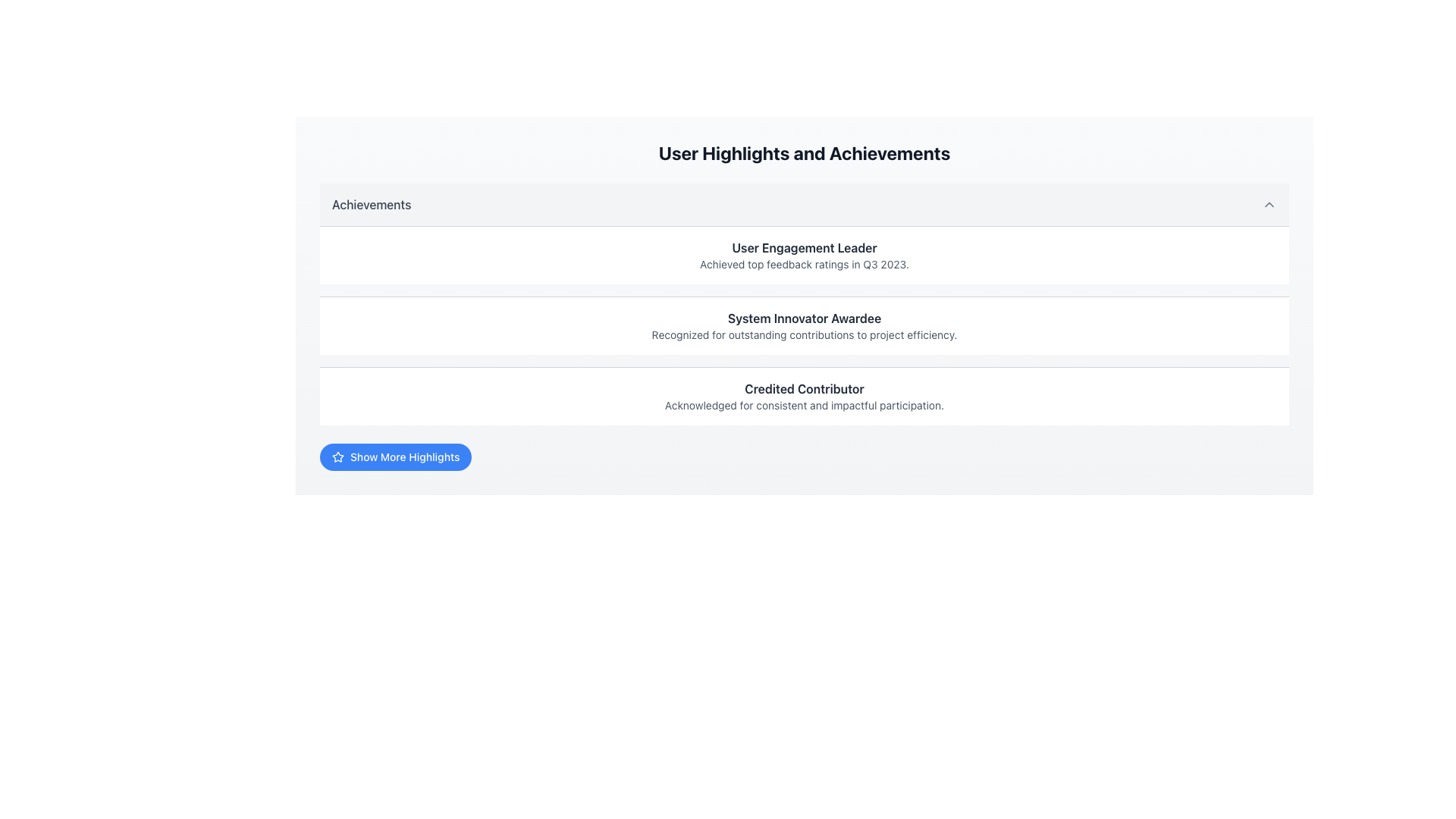  Describe the element at coordinates (803, 254) in the screenshot. I see `the Informational Card titled 'User Engagement Leader' which features a bold title and a subtitle, located at the top of the list under 'User Highlights and Achievements'` at that location.